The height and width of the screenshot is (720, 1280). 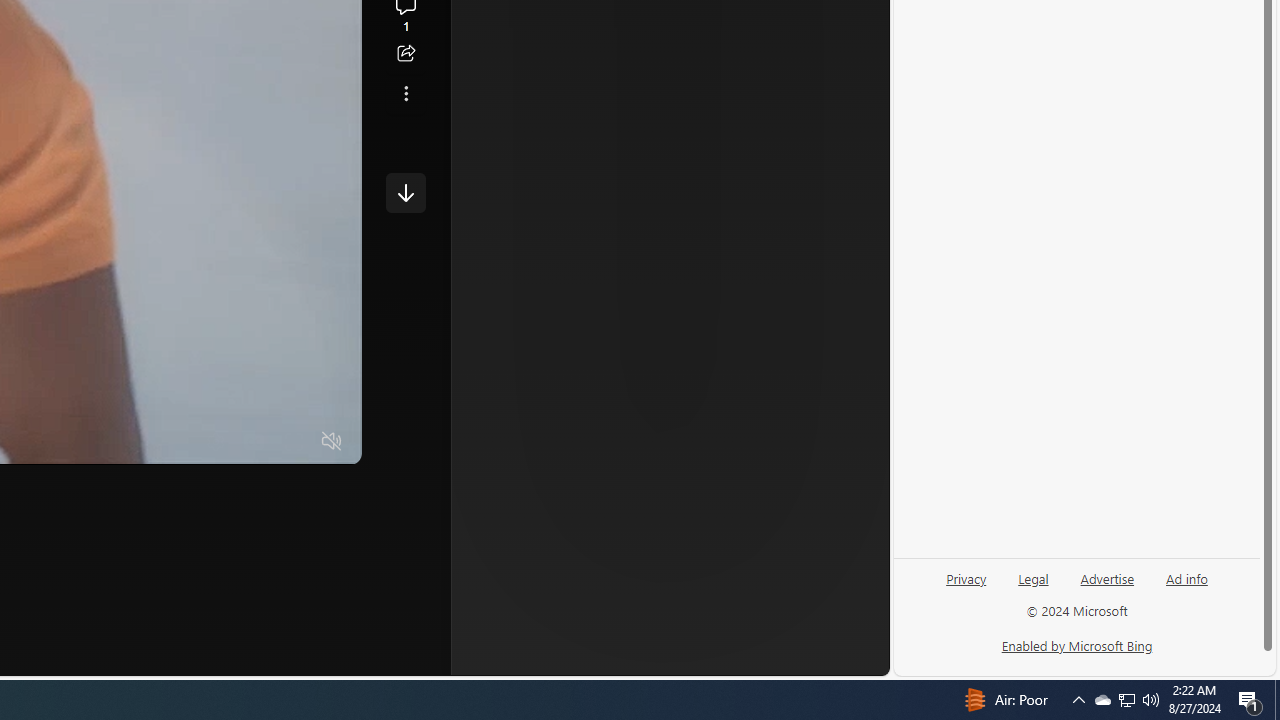 What do you see at coordinates (405, 93) in the screenshot?
I see `'See more'` at bounding box center [405, 93].